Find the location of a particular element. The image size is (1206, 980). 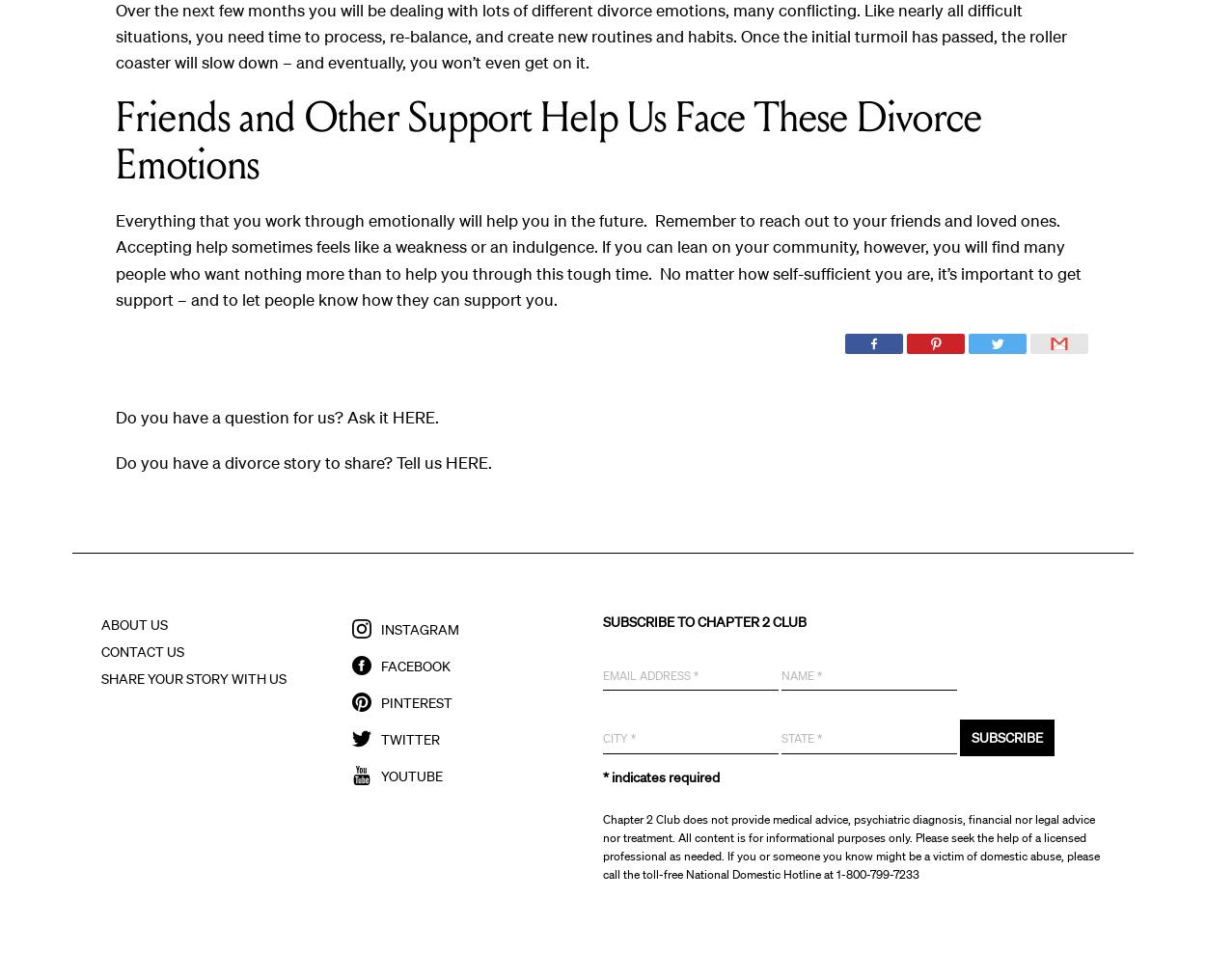

'Instagram' is located at coordinates (420, 628).